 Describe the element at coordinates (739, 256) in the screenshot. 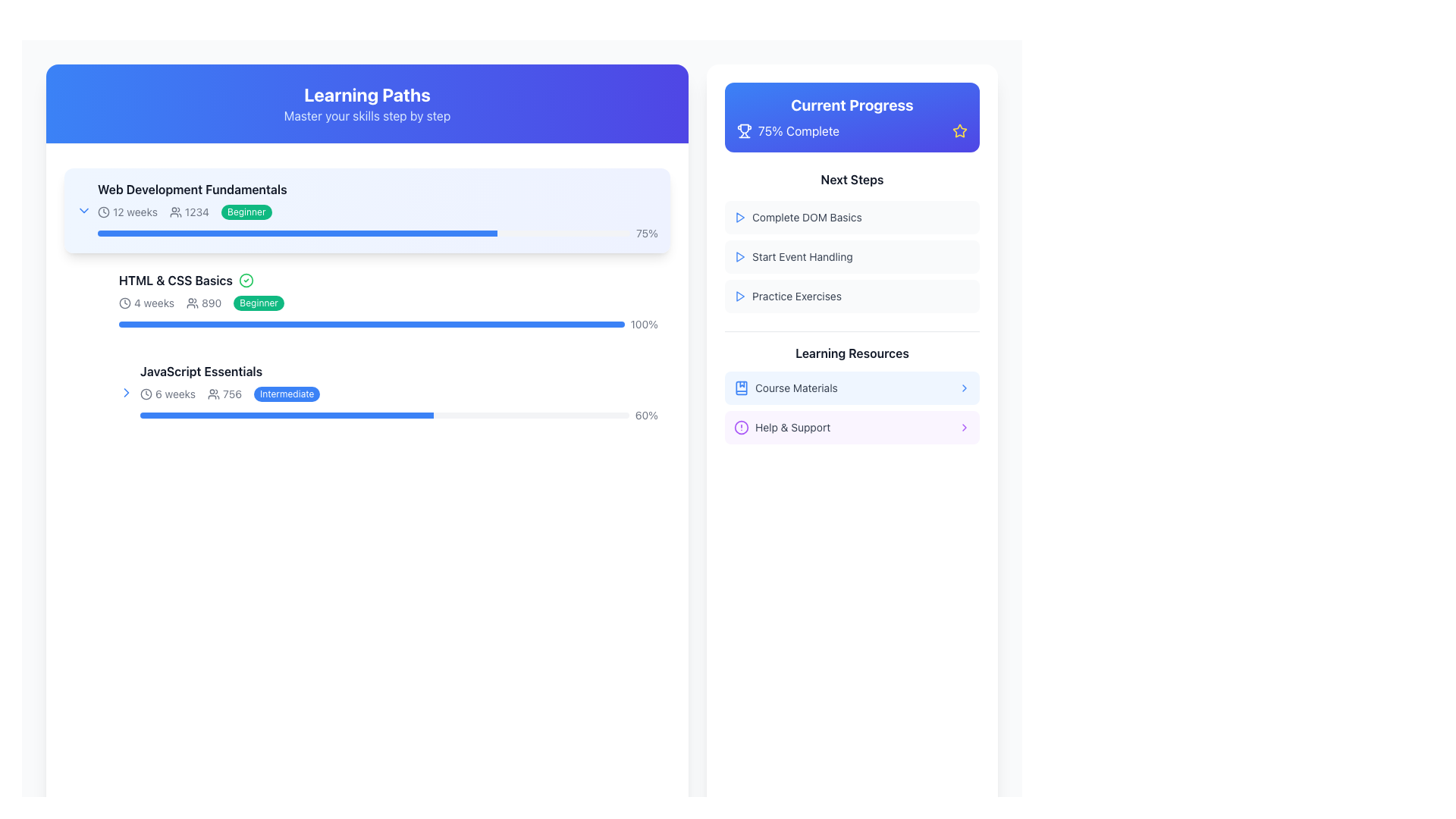

I see `the small blue triangular play icon located to the left of the text 'Start Event Handling' under the 'Current Progress' section` at that location.